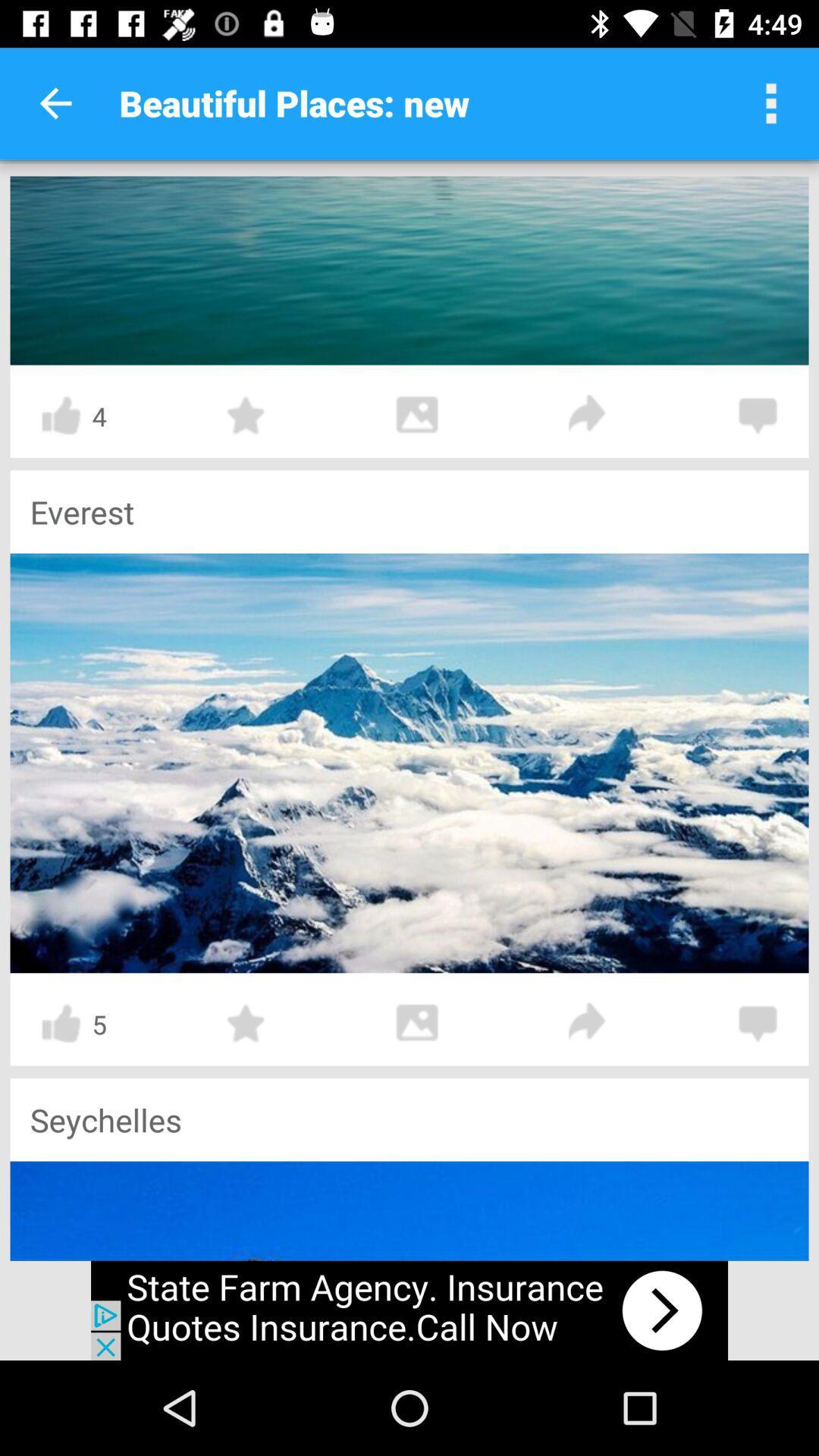  What do you see at coordinates (758, 416) in the screenshot?
I see `chat` at bounding box center [758, 416].